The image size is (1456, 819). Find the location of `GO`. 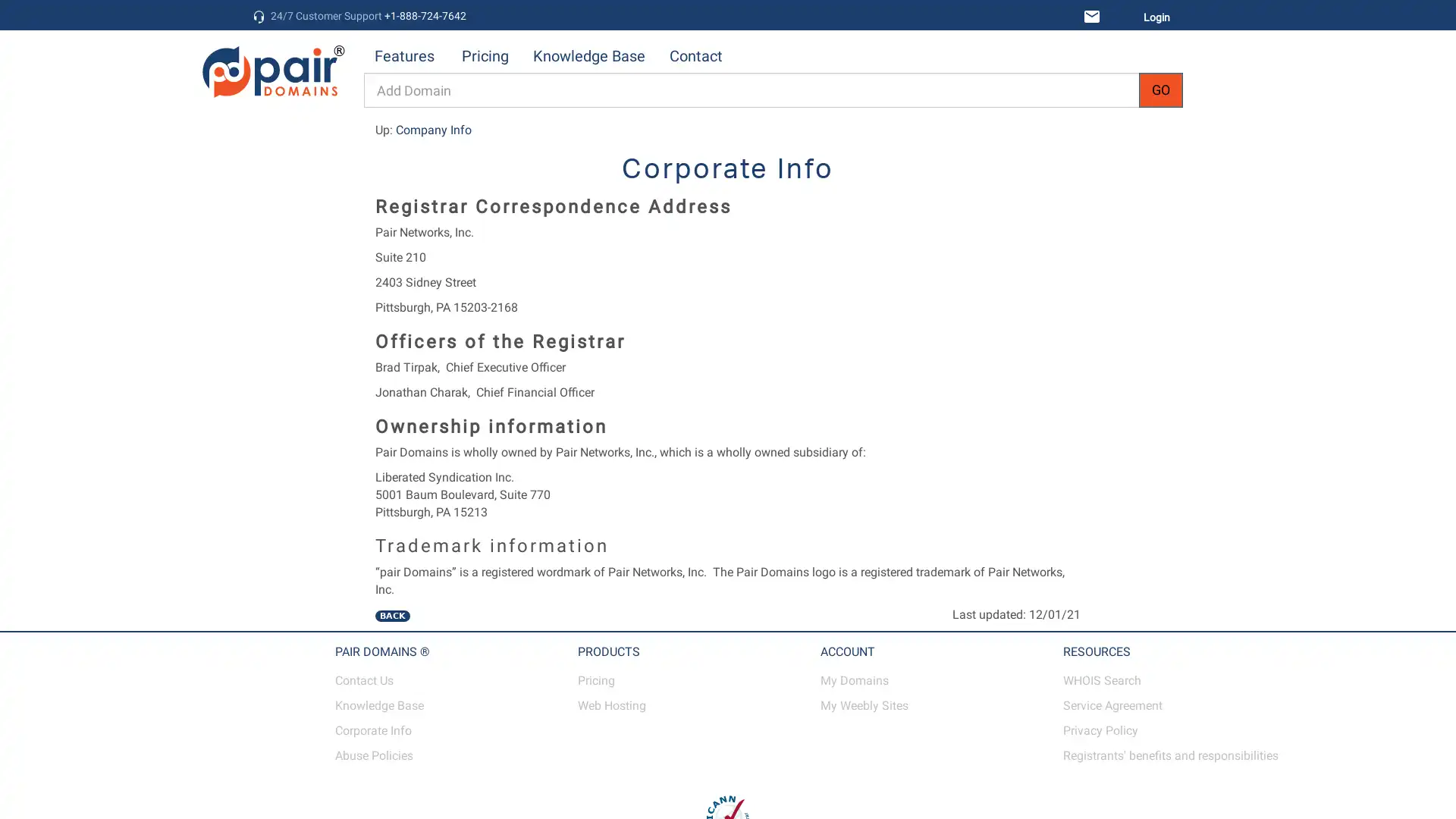

GO is located at coordinates (1160, 90).